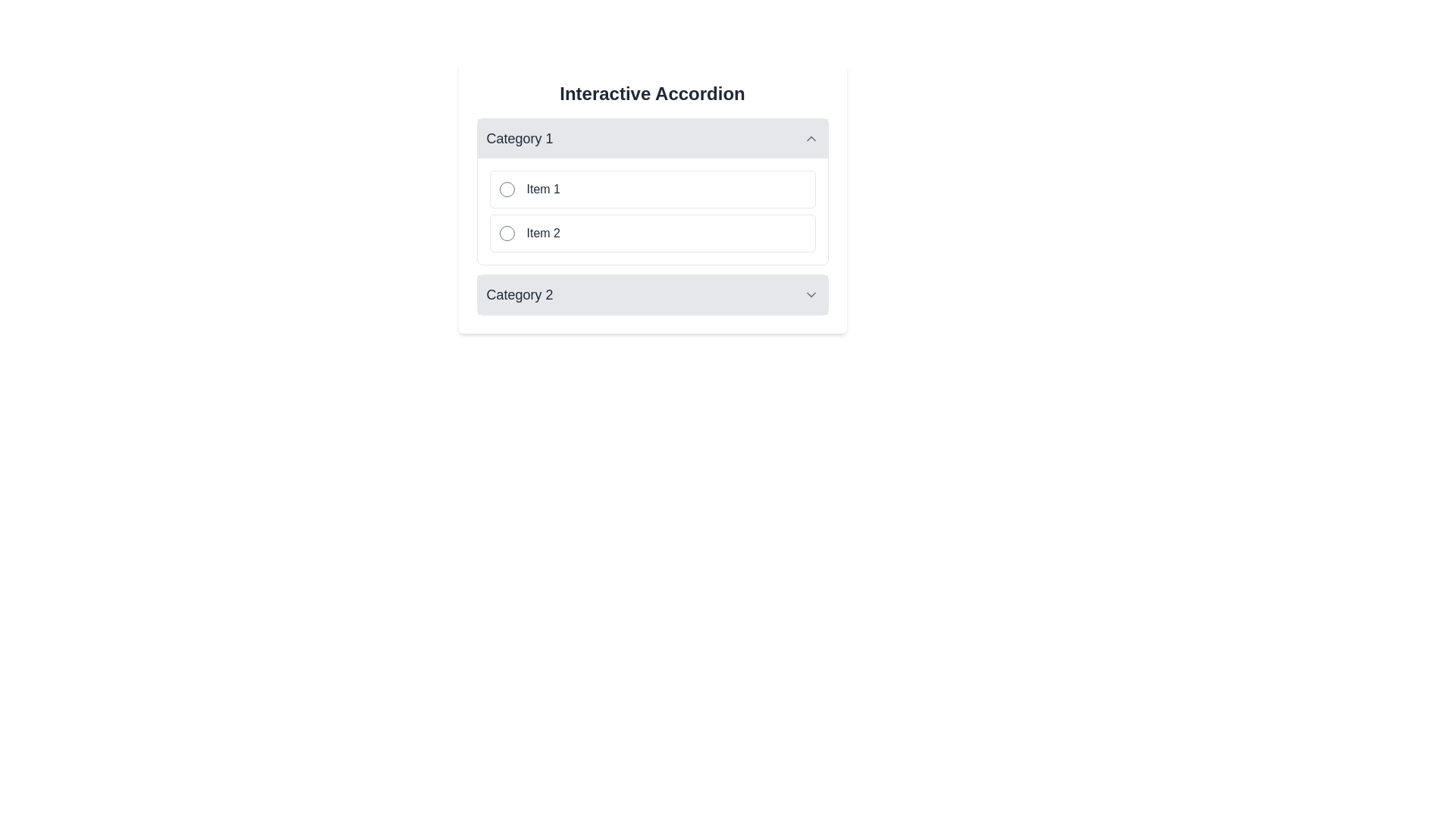 Image resolution: width=1456 pixels, height=819 pixels. Describe the element at coordinates (519, 295) in the screenshot. I see `the Text label indicating 'Category 1' within the collapsible accordion section` at that location.